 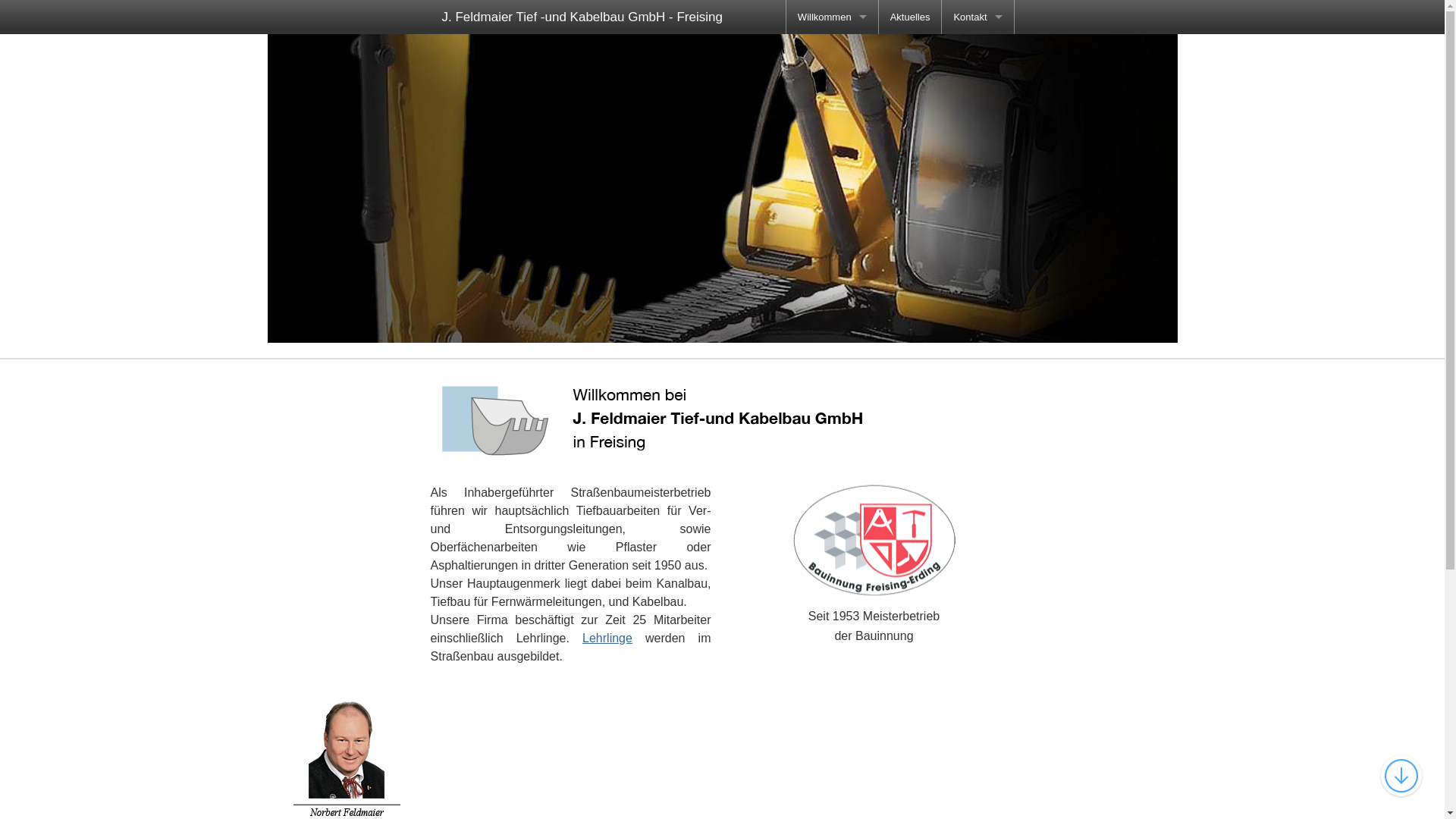 What do you see at coordinates (581, 17) in the screenshot?
I see `'J. Feldmaier Tief -und Kabelbau GmbH - Freising'` at bounding box center [581, 17].